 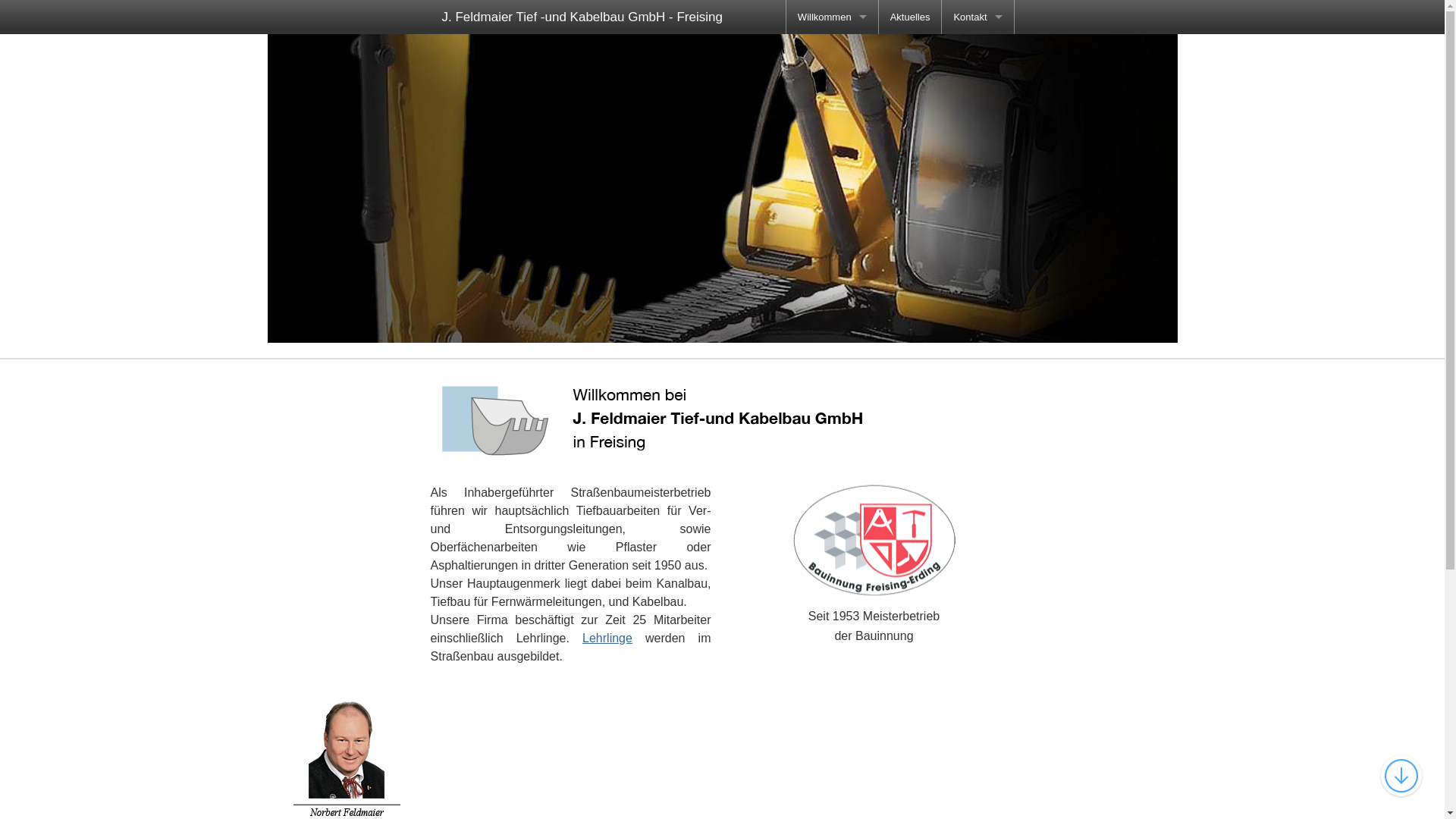 What do you see at coordinates (581, 17) in the screenshot?
I see `'J. Feldmaier Tief -und Kabelbau GmbH - Freising'` at bounding box center [581, 17].